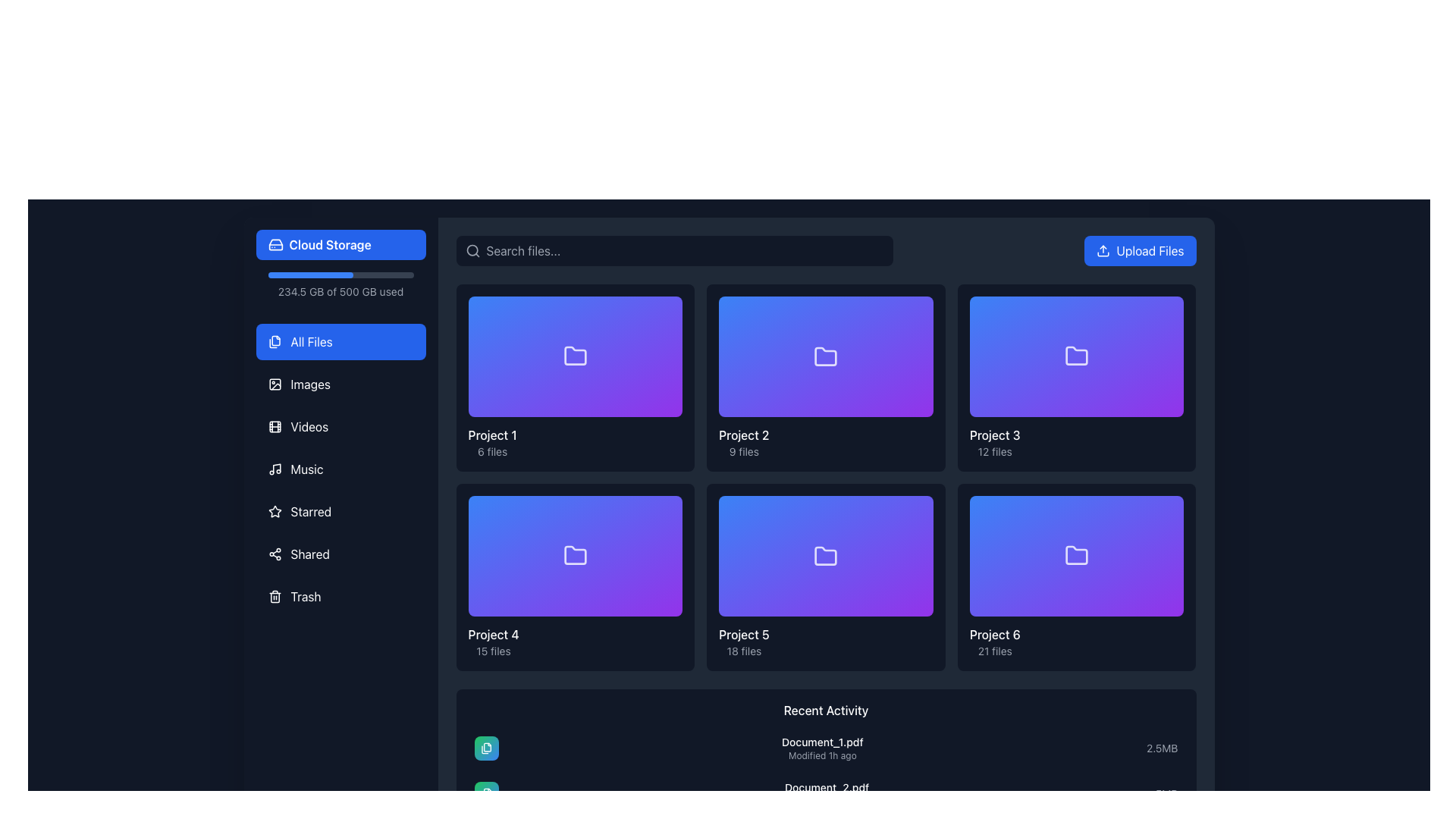 Image resolution: width=1456 pixels, height=819 pixels. What do you see at coordinates (340, 427) in the screenshot?
I see `the navigation button located in the left-side menu, positioned below the 'Images' button and above the 'Music' button` at bounding box center [340, 427].